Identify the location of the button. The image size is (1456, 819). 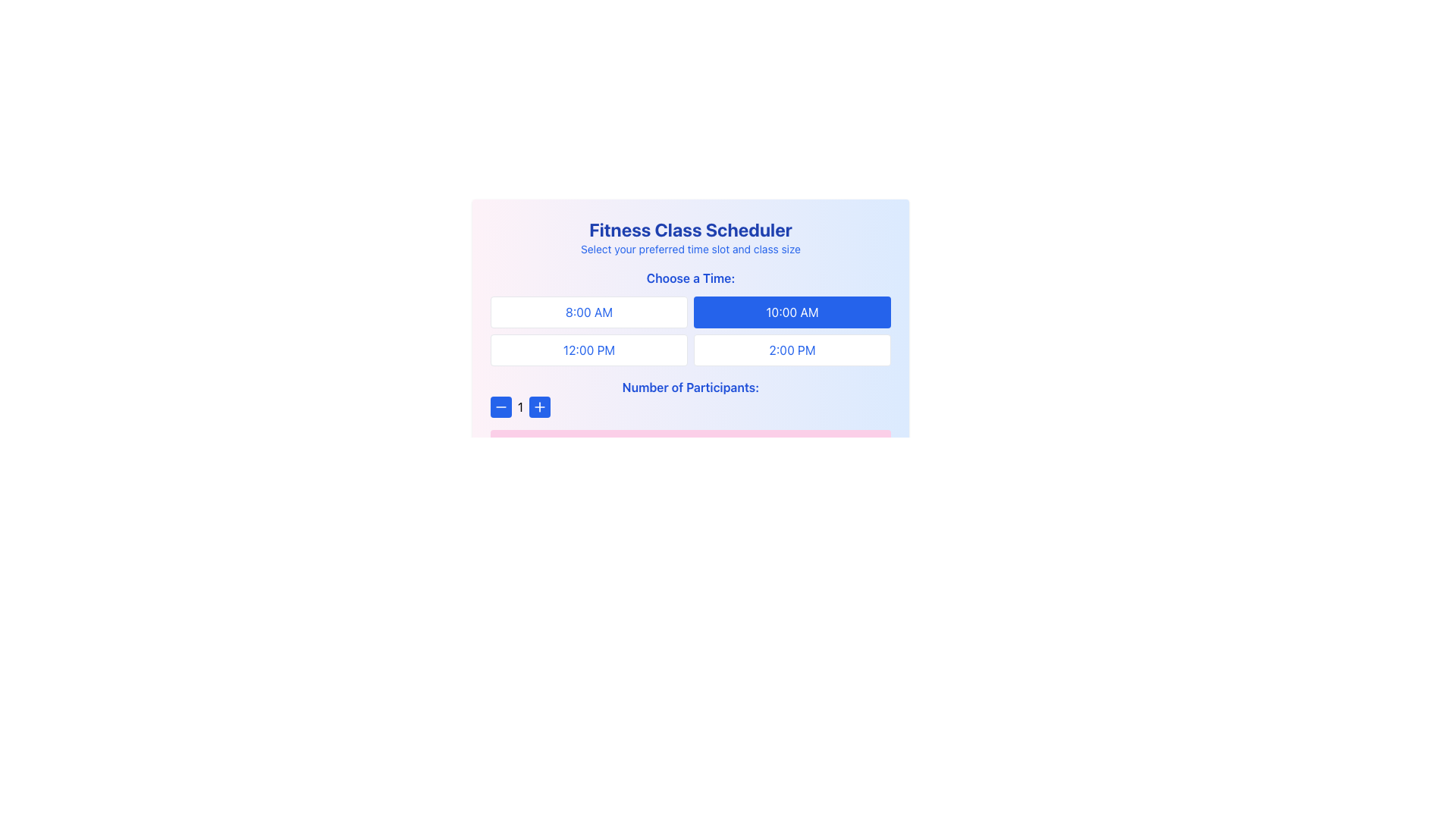
(588, 350).